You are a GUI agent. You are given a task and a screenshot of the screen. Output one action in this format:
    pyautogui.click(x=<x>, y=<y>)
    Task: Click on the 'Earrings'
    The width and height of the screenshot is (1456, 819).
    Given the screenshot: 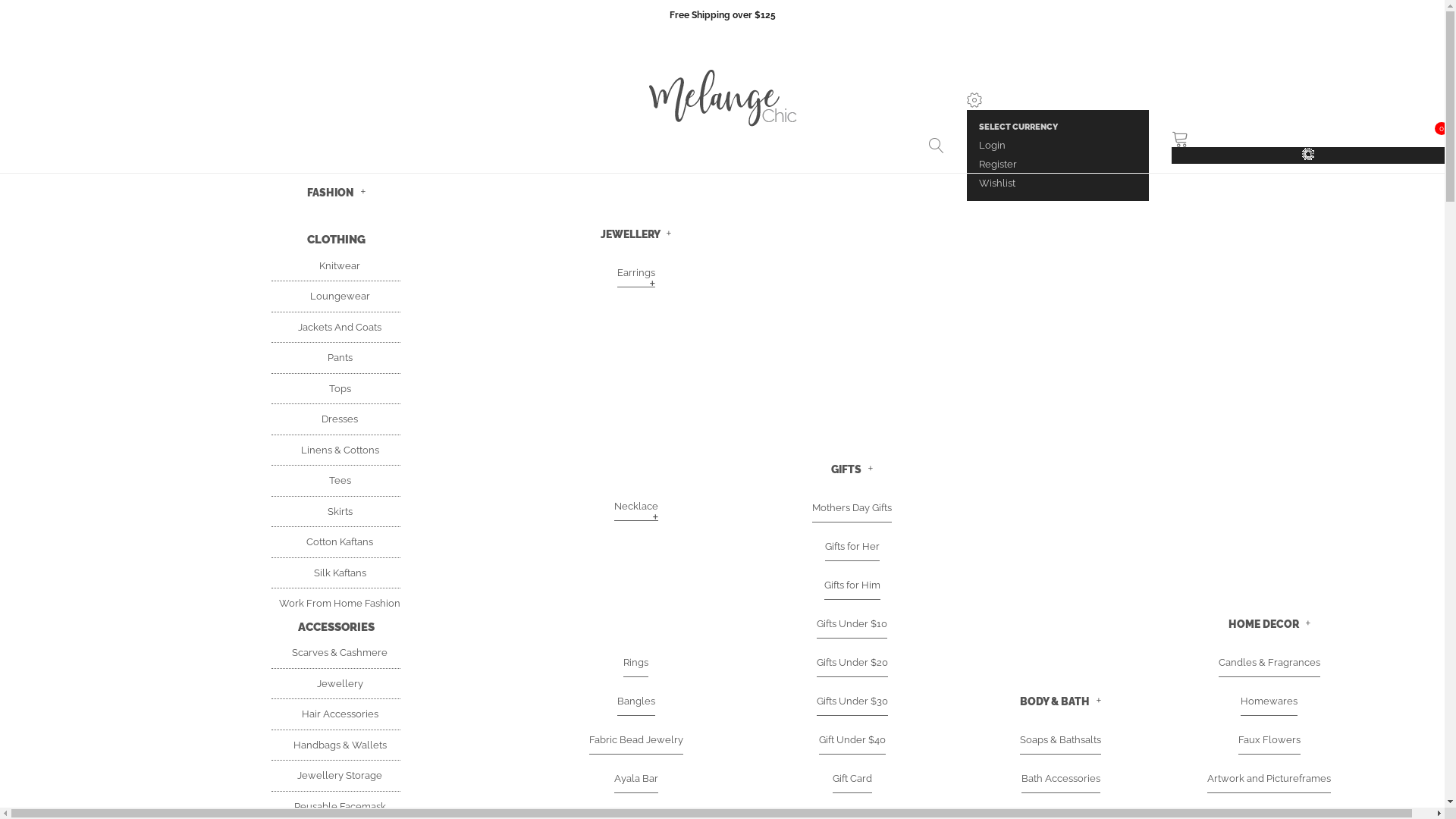 What is the action you would take?
    pyautogui.click(x=636, y=271)
    